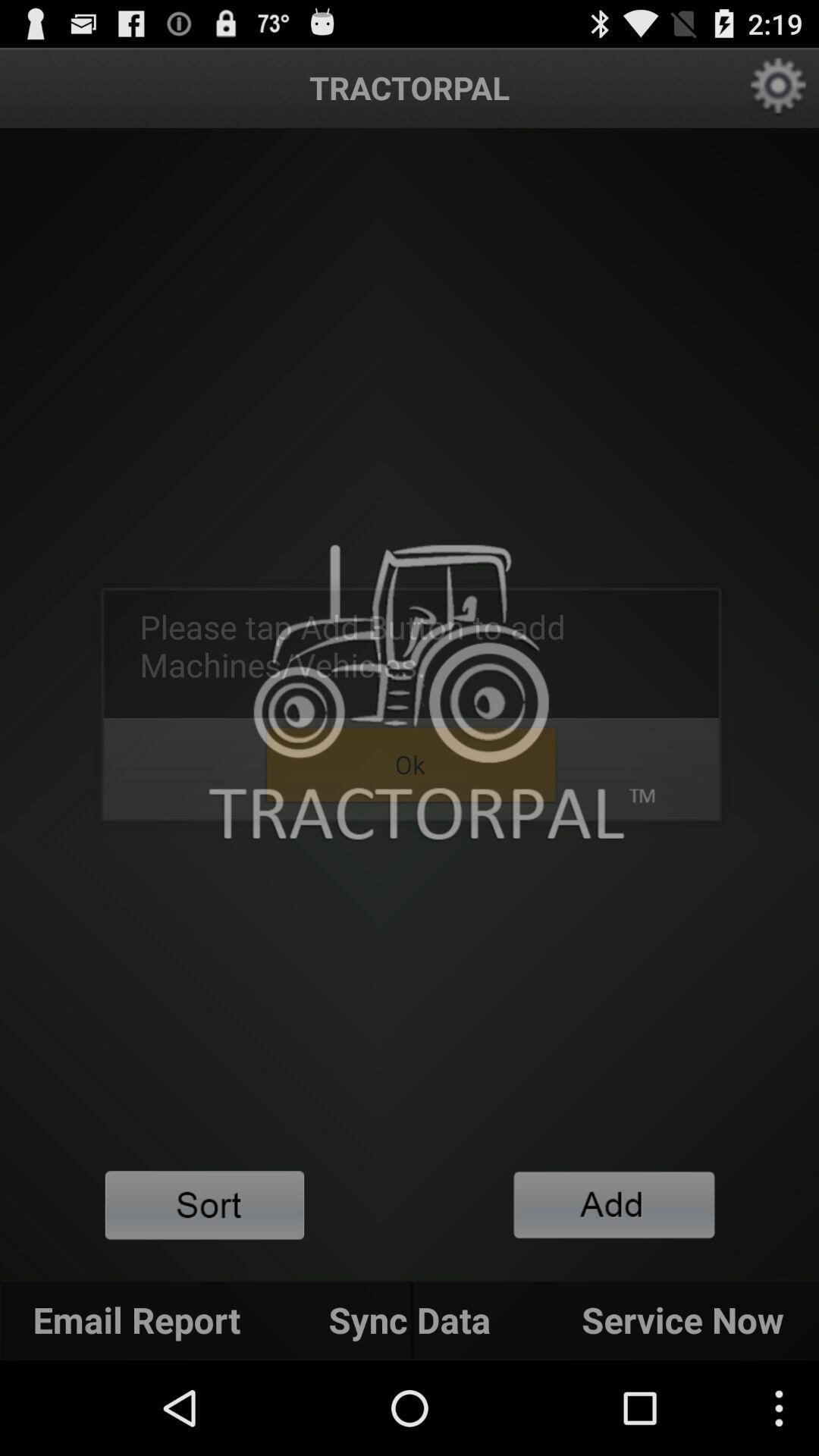 The height and width of the screenshot is (1456, 819). Describe the element at coordinates (614, 1203) in the screenshot. I see `the option using knowledge` at that location.